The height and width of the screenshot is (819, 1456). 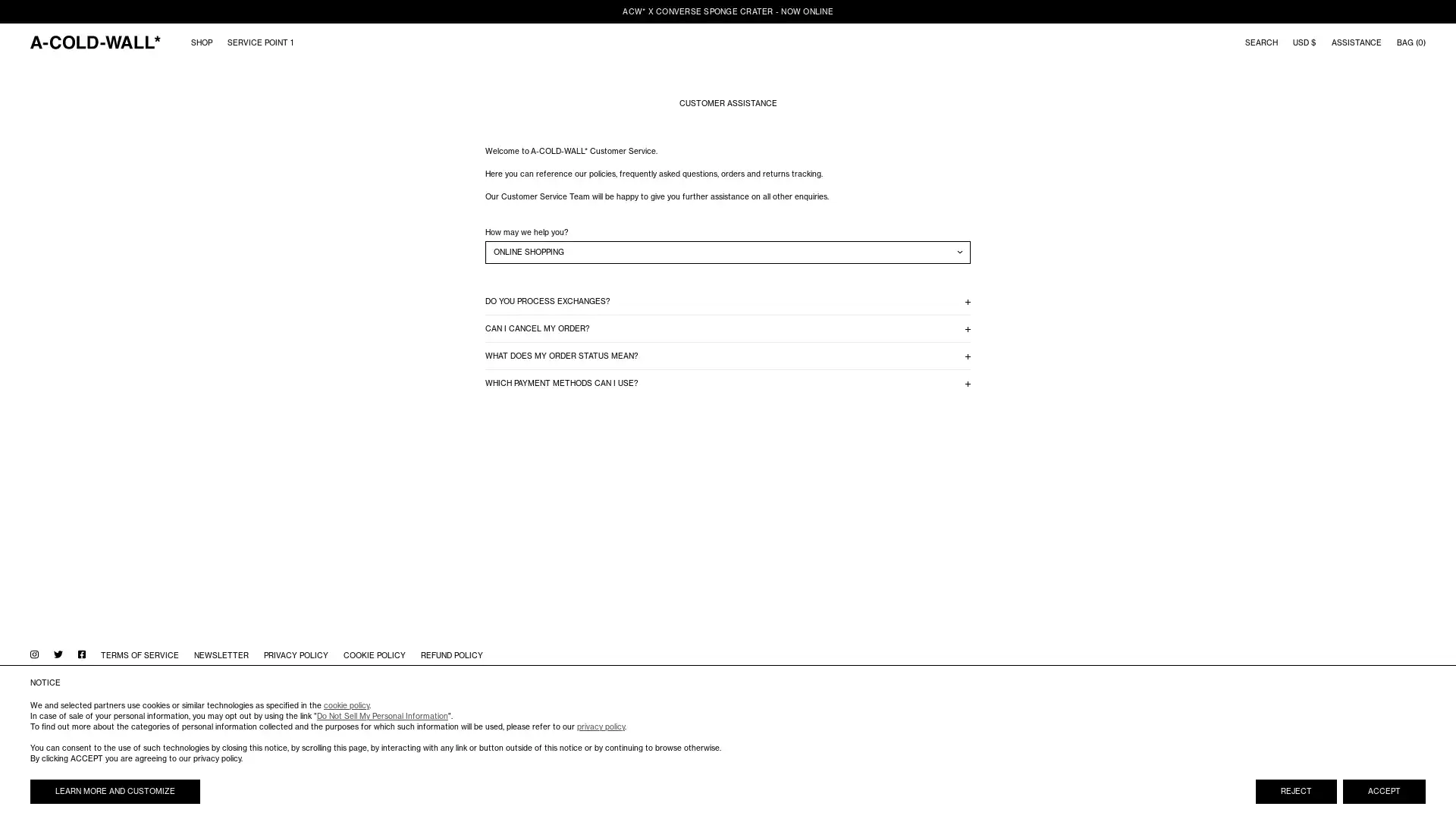 I want to click on WHICH PAYMENT METHODS CAN I USE?, so click(x=728, y=382).